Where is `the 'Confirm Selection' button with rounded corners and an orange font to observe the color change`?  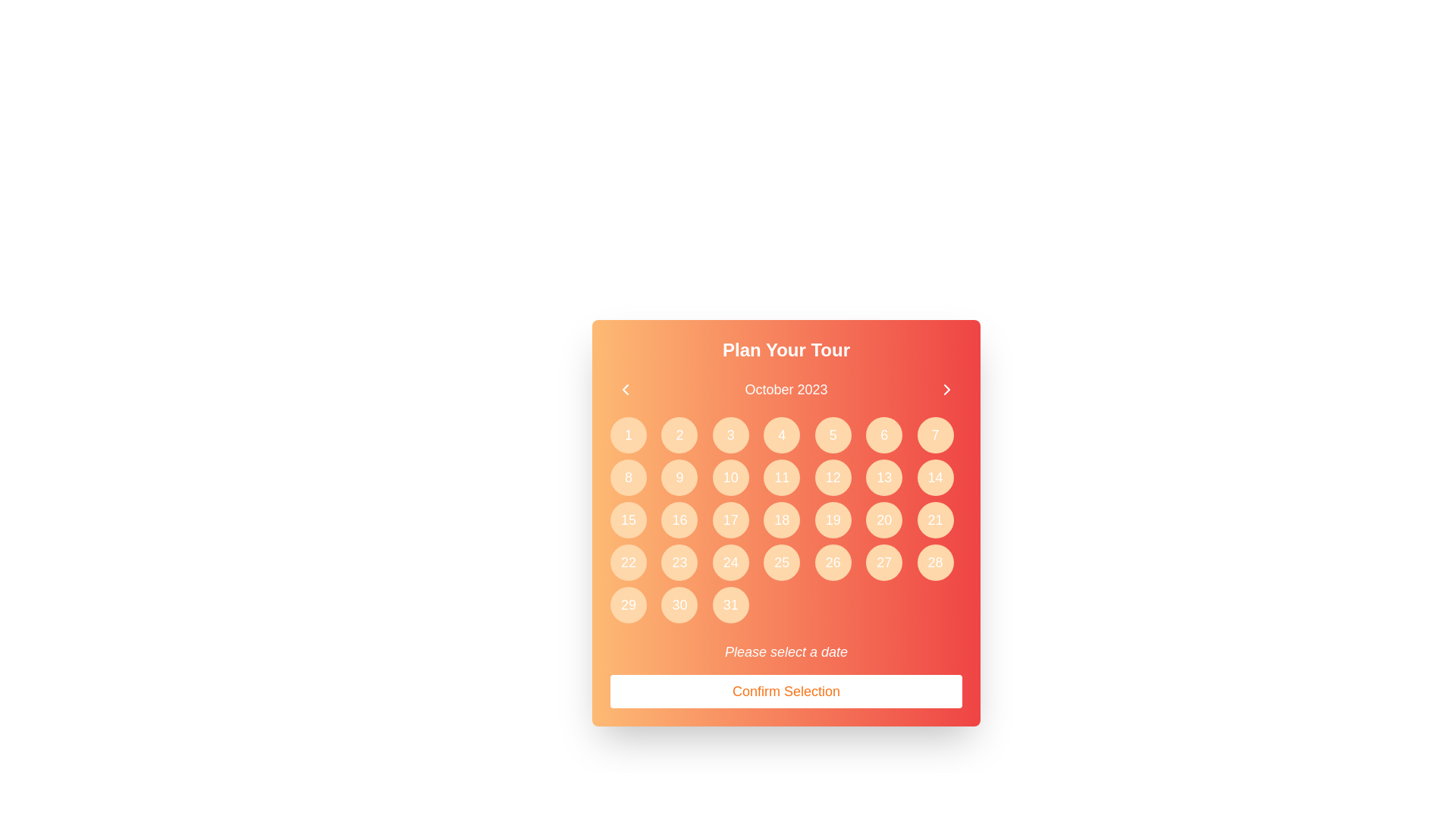 the 'Confirm Selection' button with rounded corners and an orange font to observe the color change is located at coordinates (786, 691).